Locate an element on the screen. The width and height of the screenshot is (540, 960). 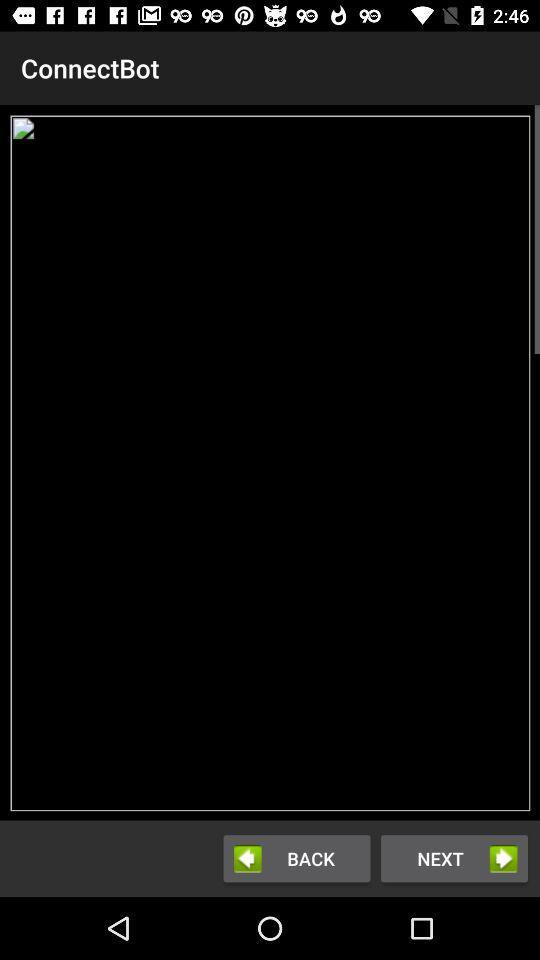
next button is located at coordinates (454, 857).